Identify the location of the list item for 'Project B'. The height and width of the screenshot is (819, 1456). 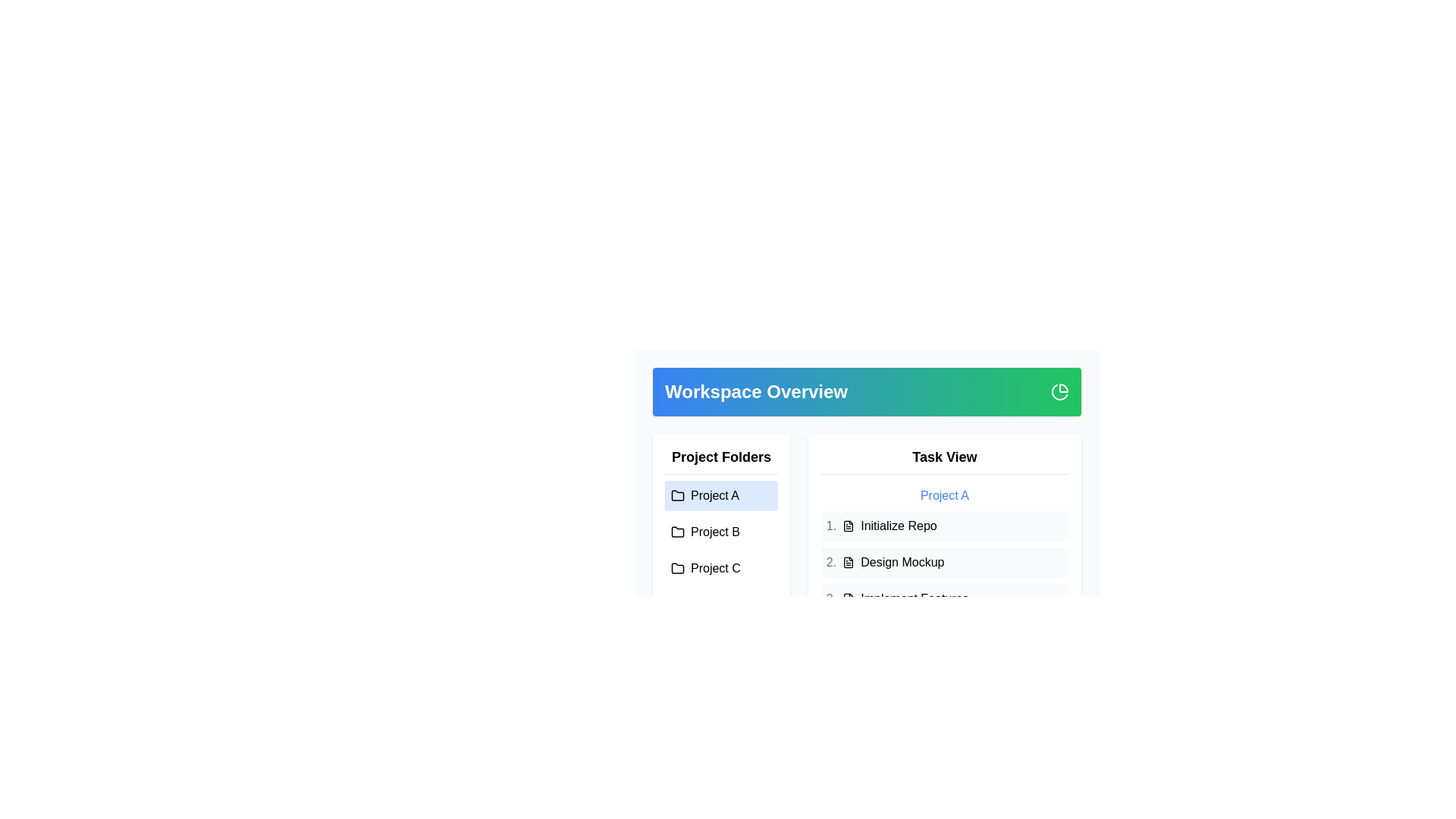
(720, 532).